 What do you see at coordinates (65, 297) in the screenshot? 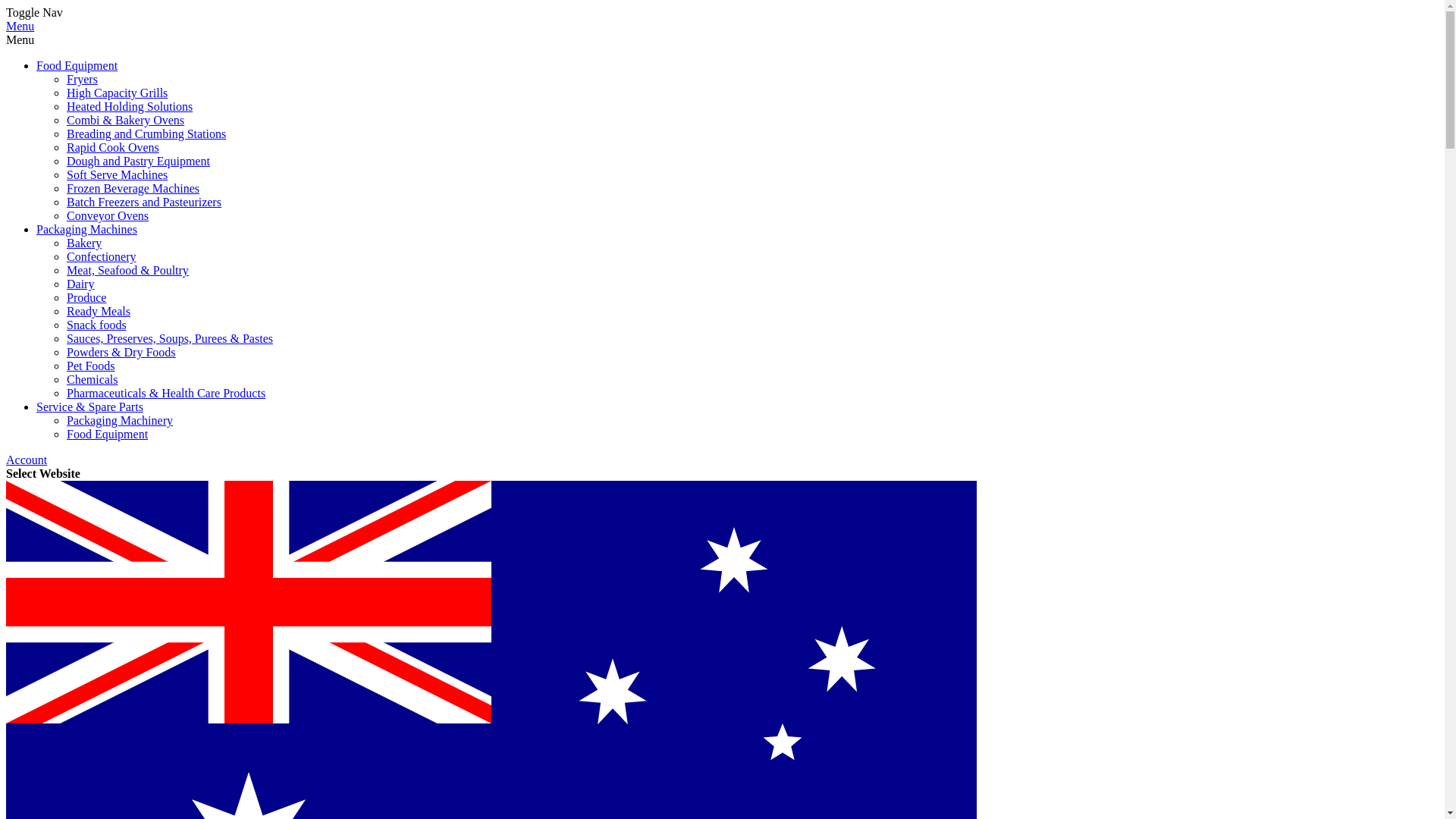
I see `'Produce'` at bounding box center [65, 297].